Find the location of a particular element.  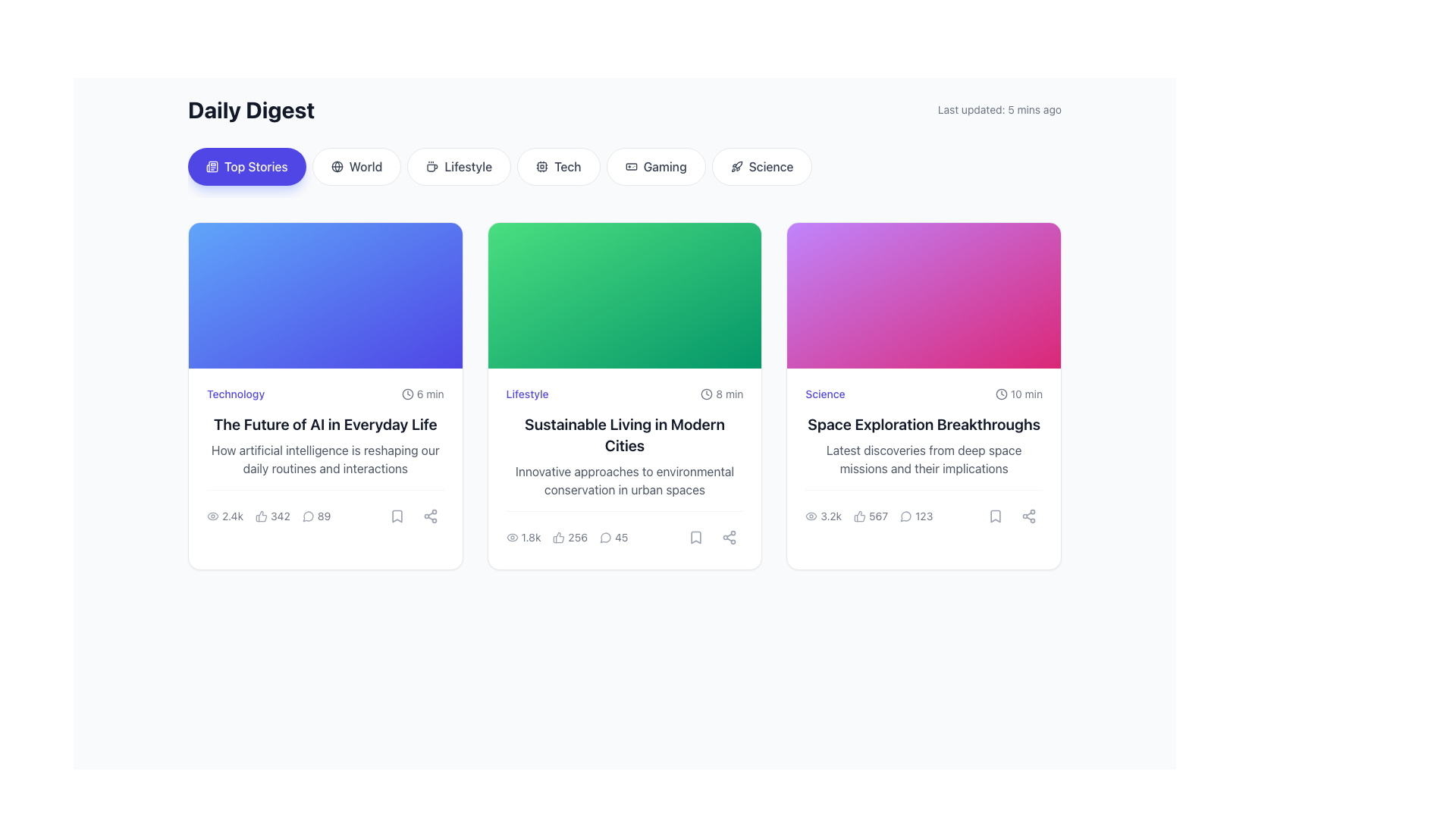

the text label representing the numerical count of likes or approvals, positioned within the second content card below its main text, to the right of a thumbs-up icon and to the left of a comment icon is located at coordinates (577, 537).